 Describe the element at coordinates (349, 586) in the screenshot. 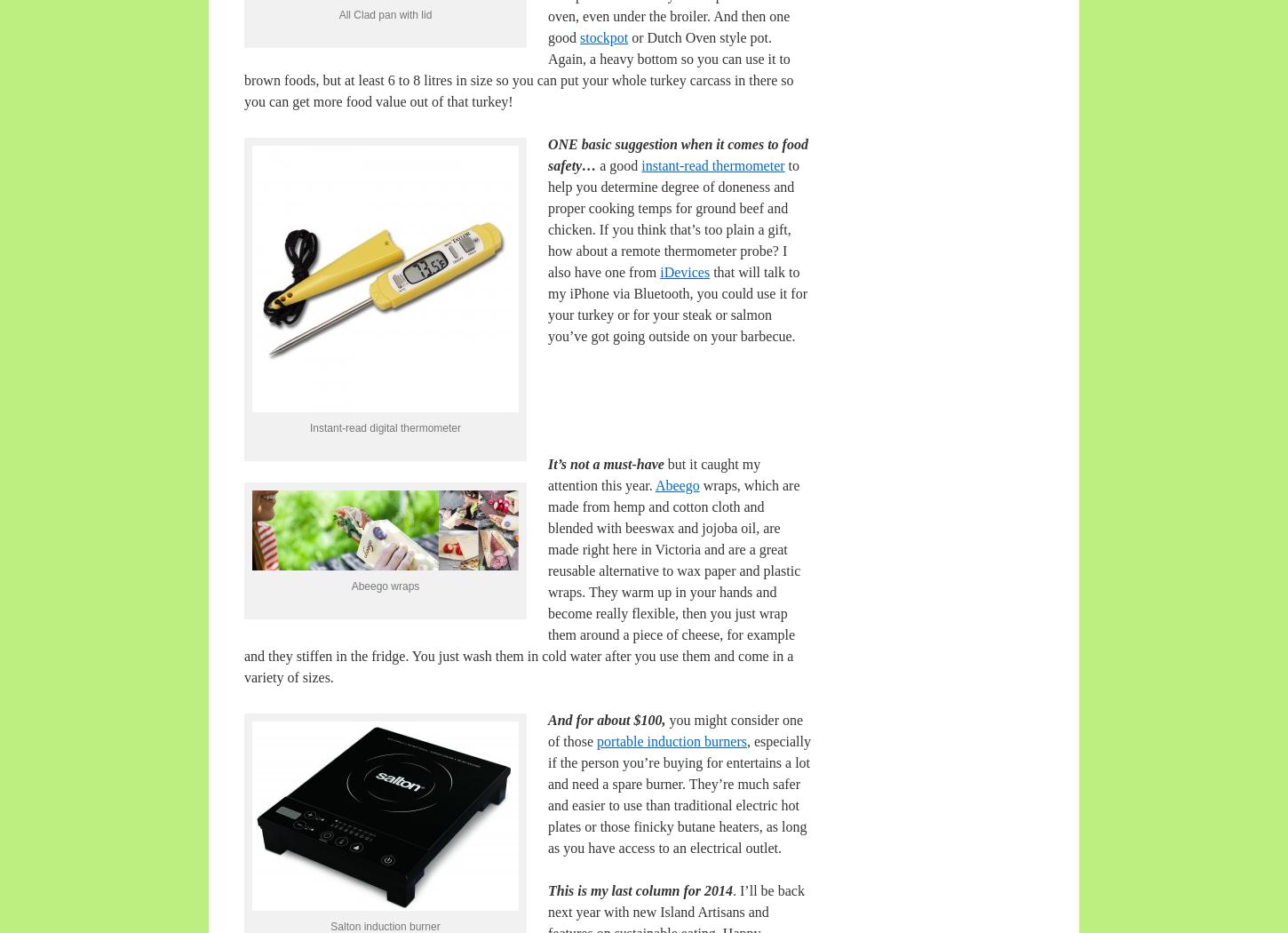

I see `'Abeego wraps'` at that location.